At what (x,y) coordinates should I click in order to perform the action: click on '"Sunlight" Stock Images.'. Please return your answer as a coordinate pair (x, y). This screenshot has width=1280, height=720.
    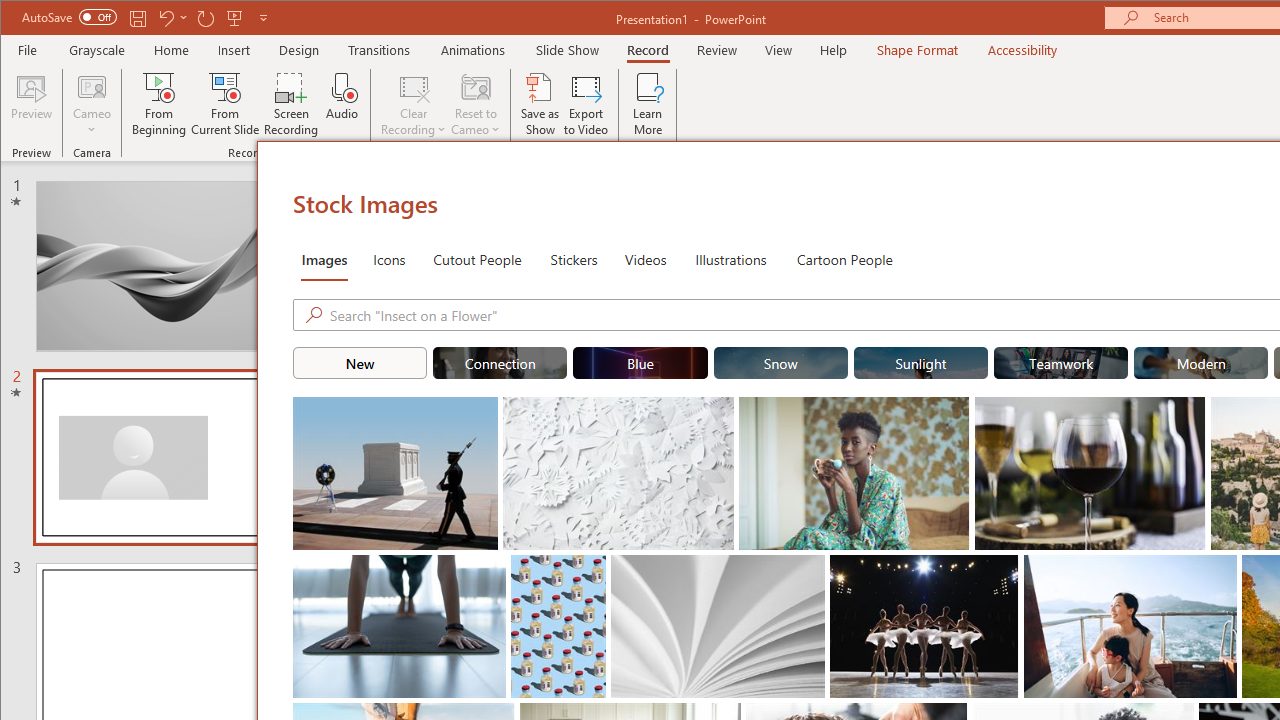
    Looking at the image, I should click on (919, 362).